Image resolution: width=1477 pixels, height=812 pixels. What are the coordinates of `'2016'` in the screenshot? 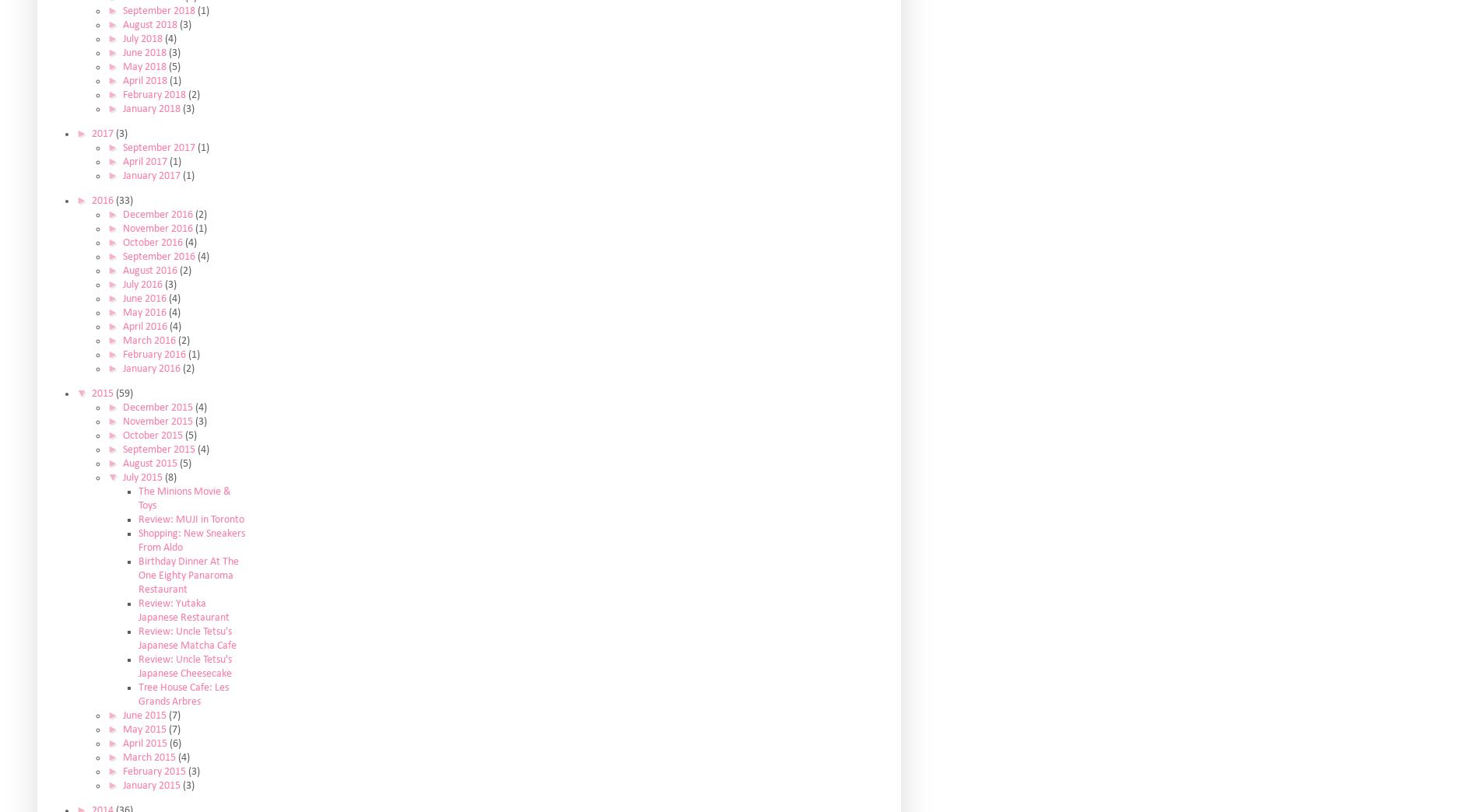 It's located at (103, 200).